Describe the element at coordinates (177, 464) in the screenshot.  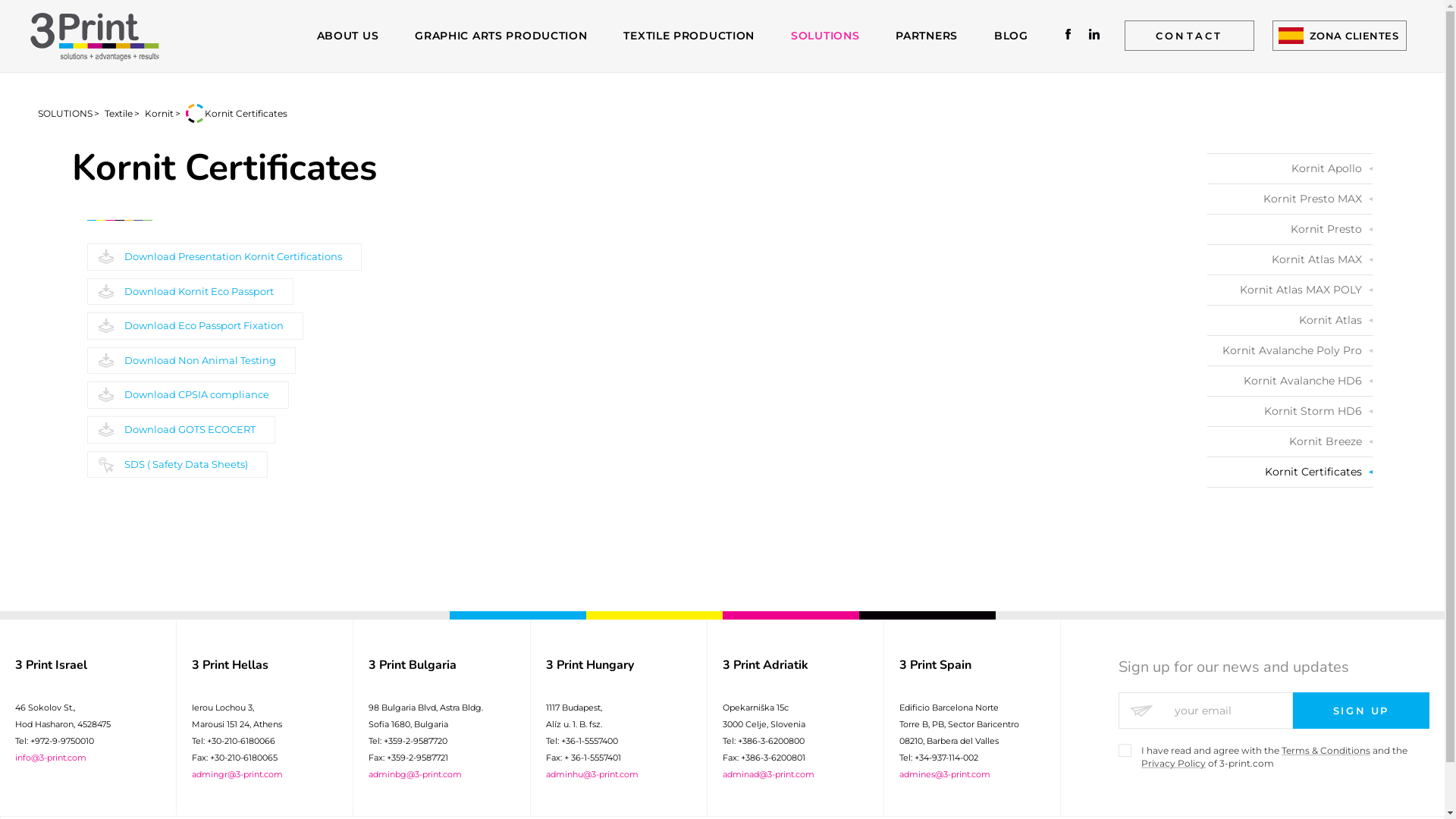
I see `'SDS ( Safety Data Sheets)'` at that location.